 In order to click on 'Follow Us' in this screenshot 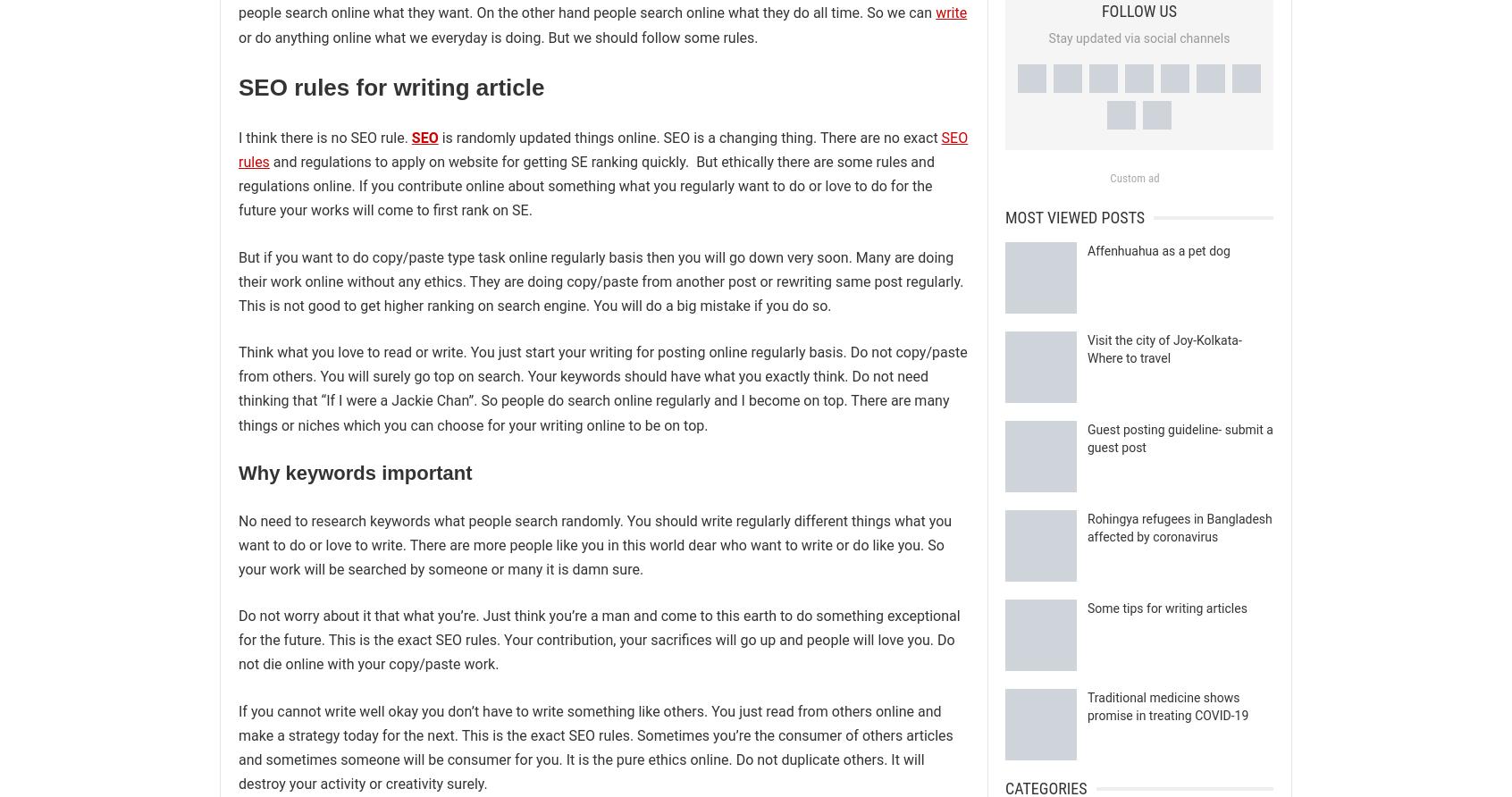, I will do `click(1138, 11)`.